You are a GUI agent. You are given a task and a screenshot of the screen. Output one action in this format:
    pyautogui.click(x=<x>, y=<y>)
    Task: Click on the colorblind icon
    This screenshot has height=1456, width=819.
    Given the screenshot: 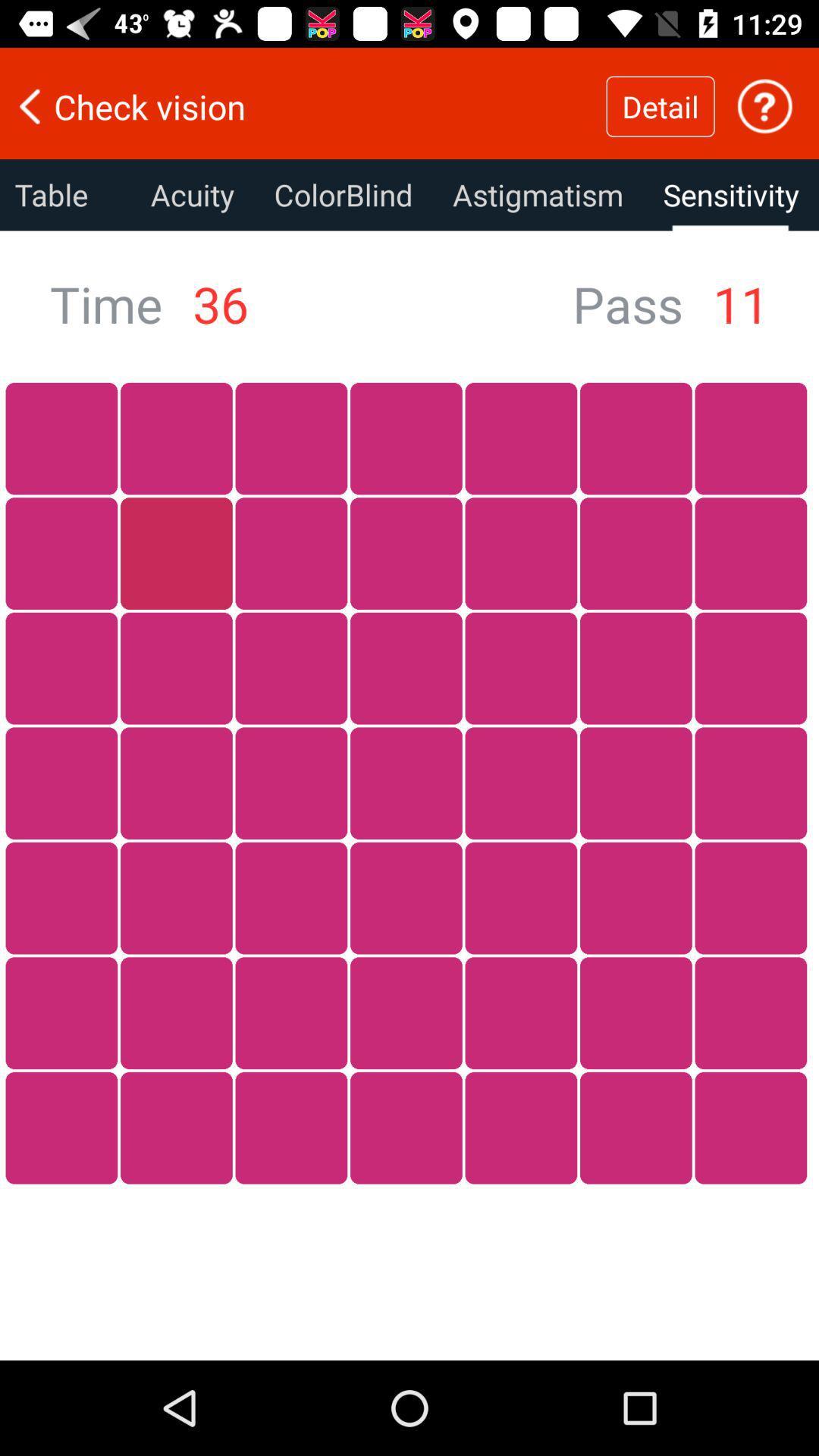 What is the action you would take?
    pyautogui.click(x=343, y=194)
    